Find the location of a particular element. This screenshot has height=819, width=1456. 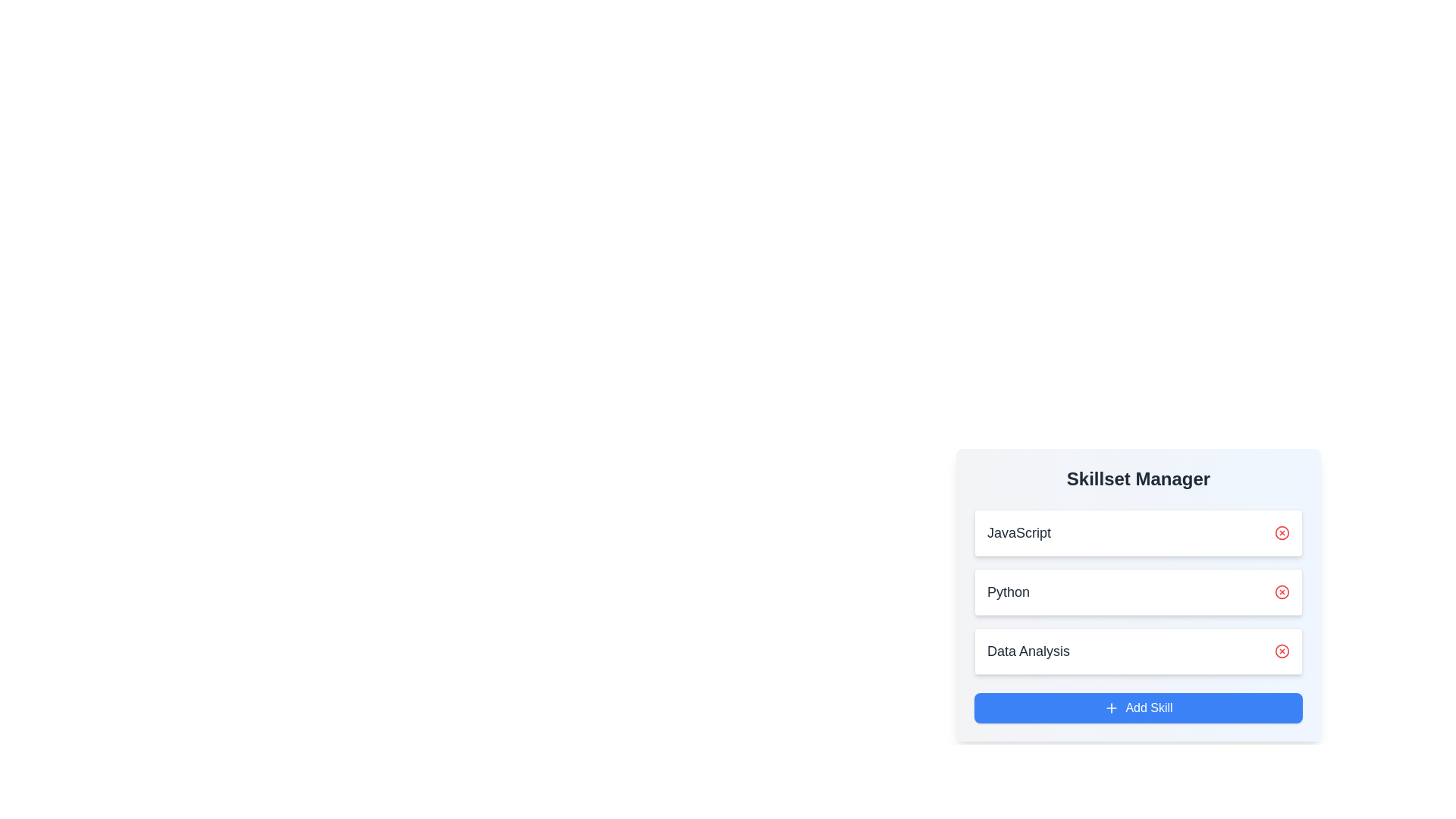

'Remove' button next to the skill JavaScript to remove it from the list is located at coordinates (1281, 532).